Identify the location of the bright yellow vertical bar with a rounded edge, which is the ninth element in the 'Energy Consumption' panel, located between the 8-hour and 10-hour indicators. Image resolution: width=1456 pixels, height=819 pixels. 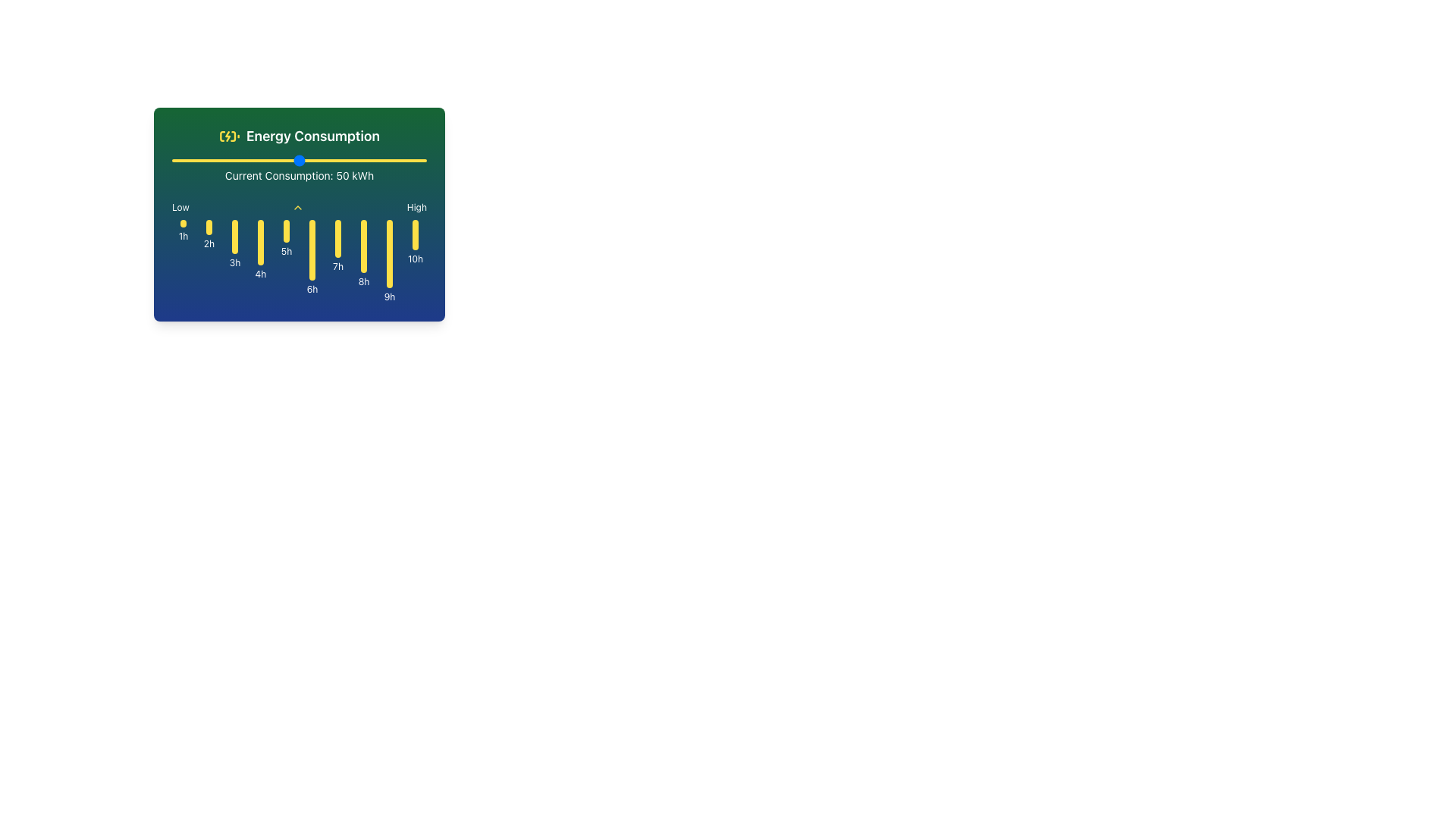
(389, 253).